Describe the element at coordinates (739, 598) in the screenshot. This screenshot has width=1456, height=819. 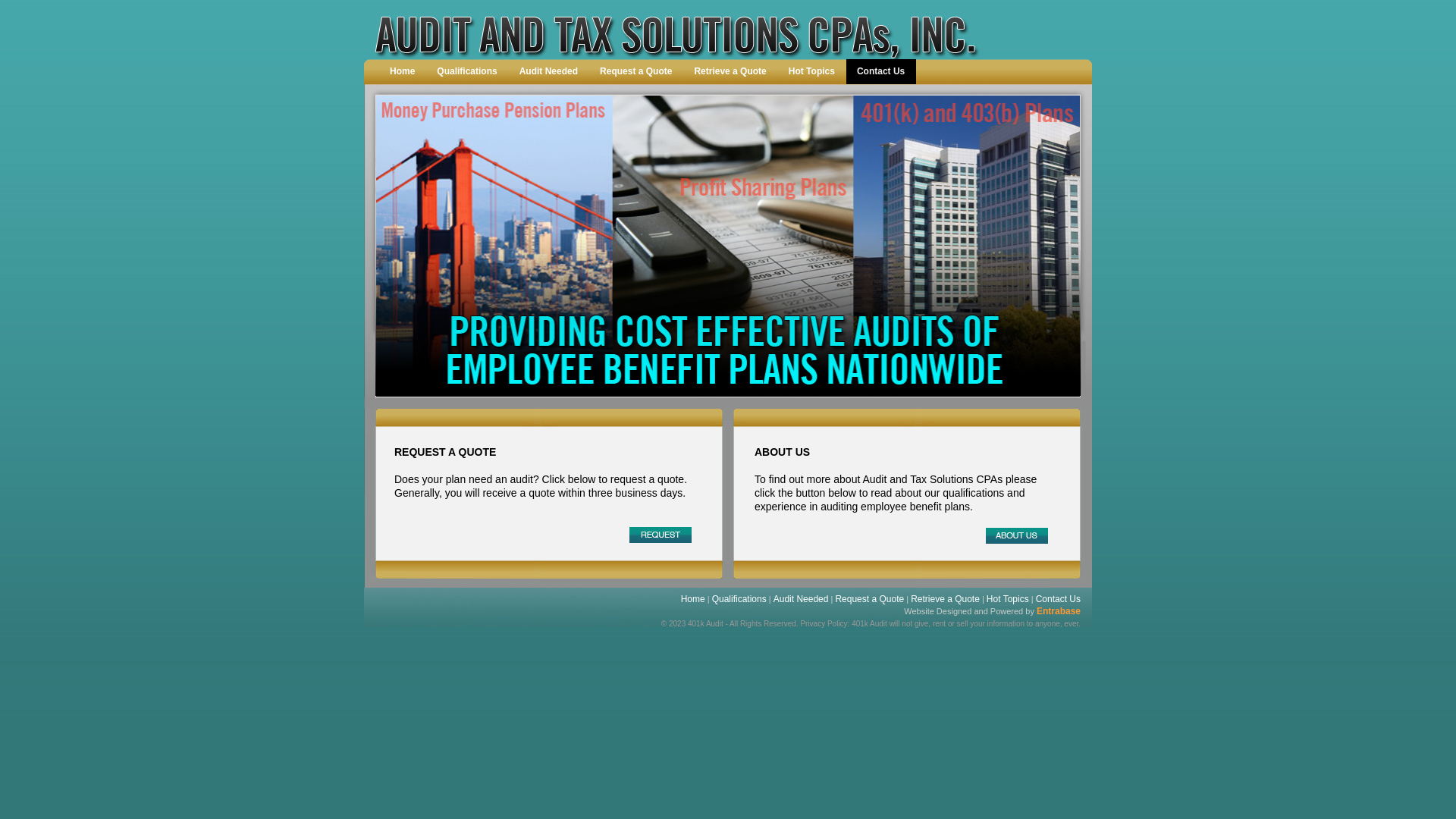
I see `'Qualifications'` at that location.